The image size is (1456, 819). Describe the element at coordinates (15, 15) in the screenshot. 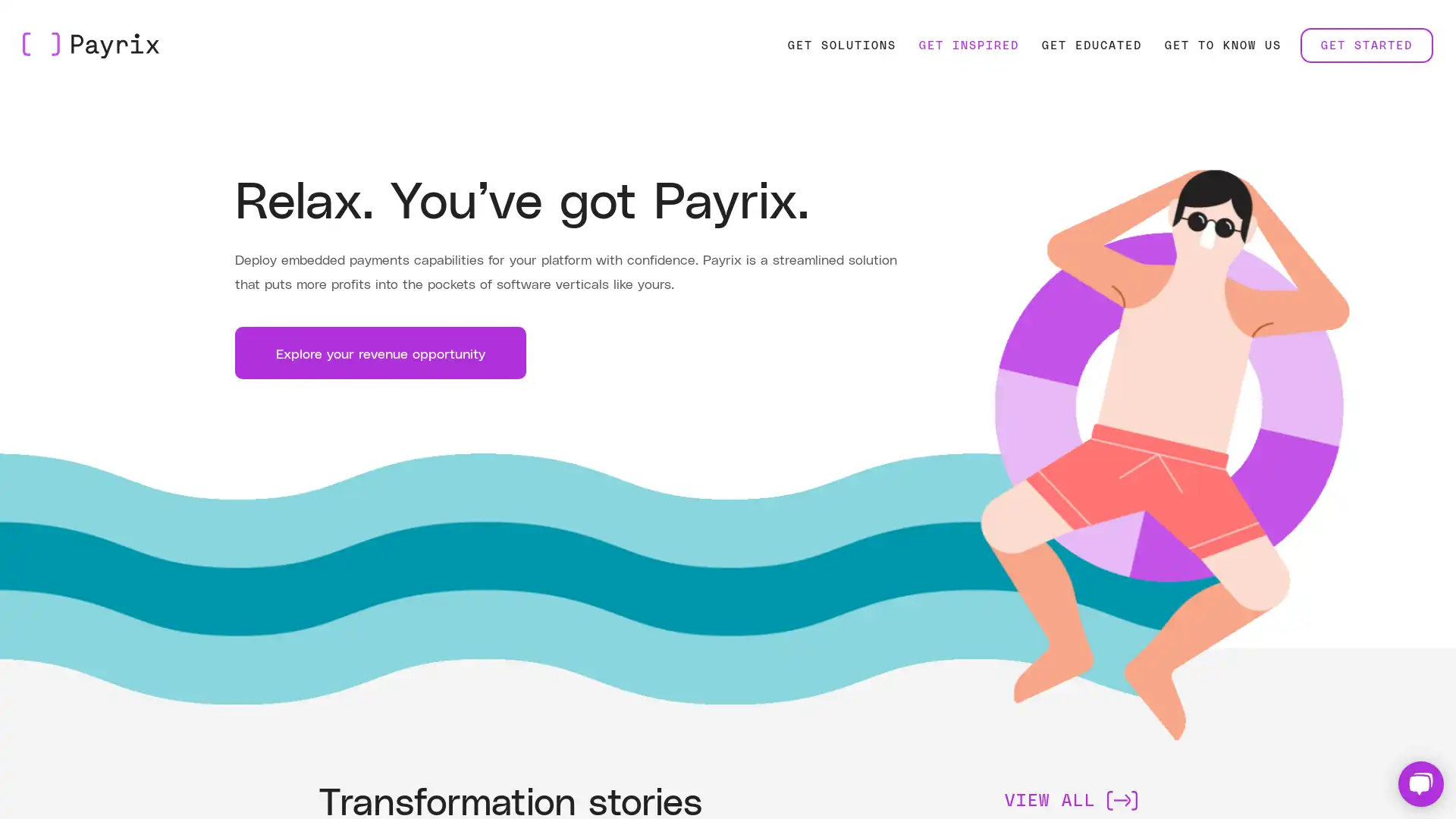

I see `Skip to Main Content` at that location.